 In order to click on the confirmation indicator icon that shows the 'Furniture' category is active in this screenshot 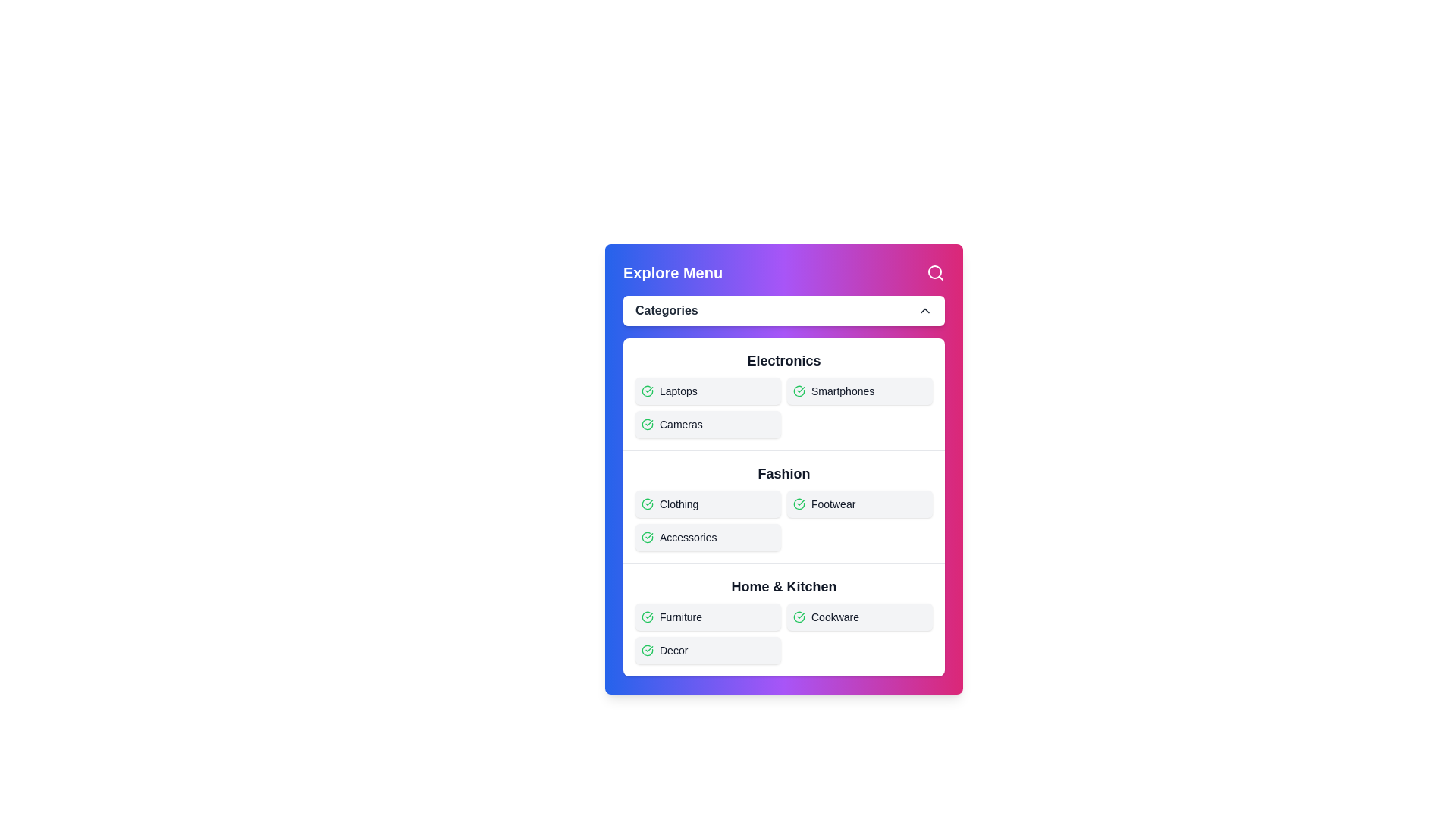, I will do `click(648, 617)`.